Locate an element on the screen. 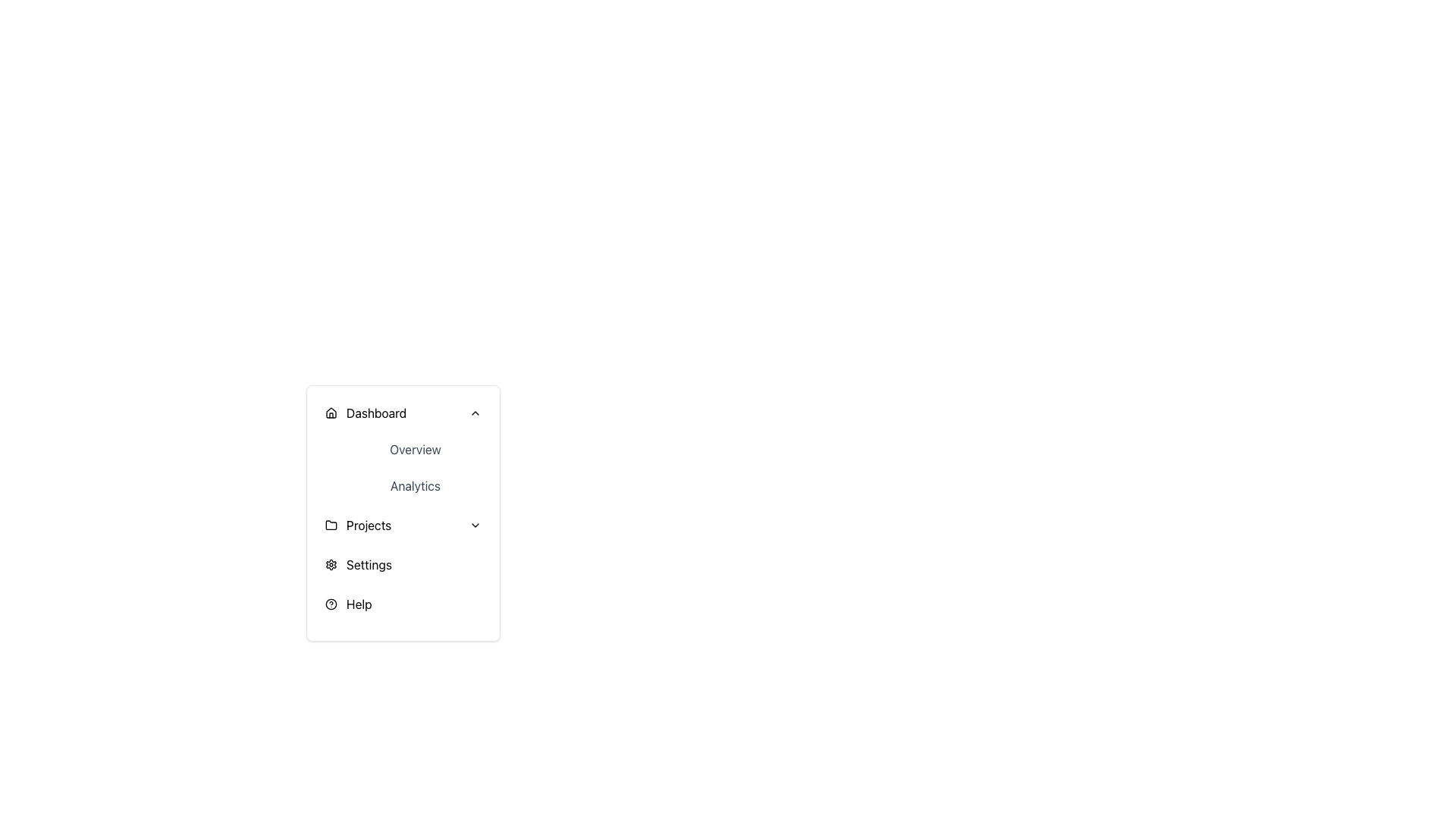 Image resolution: width=1456 pixels, height=819 pixels. the 'Analytics' button located in the vertical navigation menu, which is directly below the 'Overview' option and above the 'Projects' option in the 'Dashboard' section is located at coordinates (415, 485).